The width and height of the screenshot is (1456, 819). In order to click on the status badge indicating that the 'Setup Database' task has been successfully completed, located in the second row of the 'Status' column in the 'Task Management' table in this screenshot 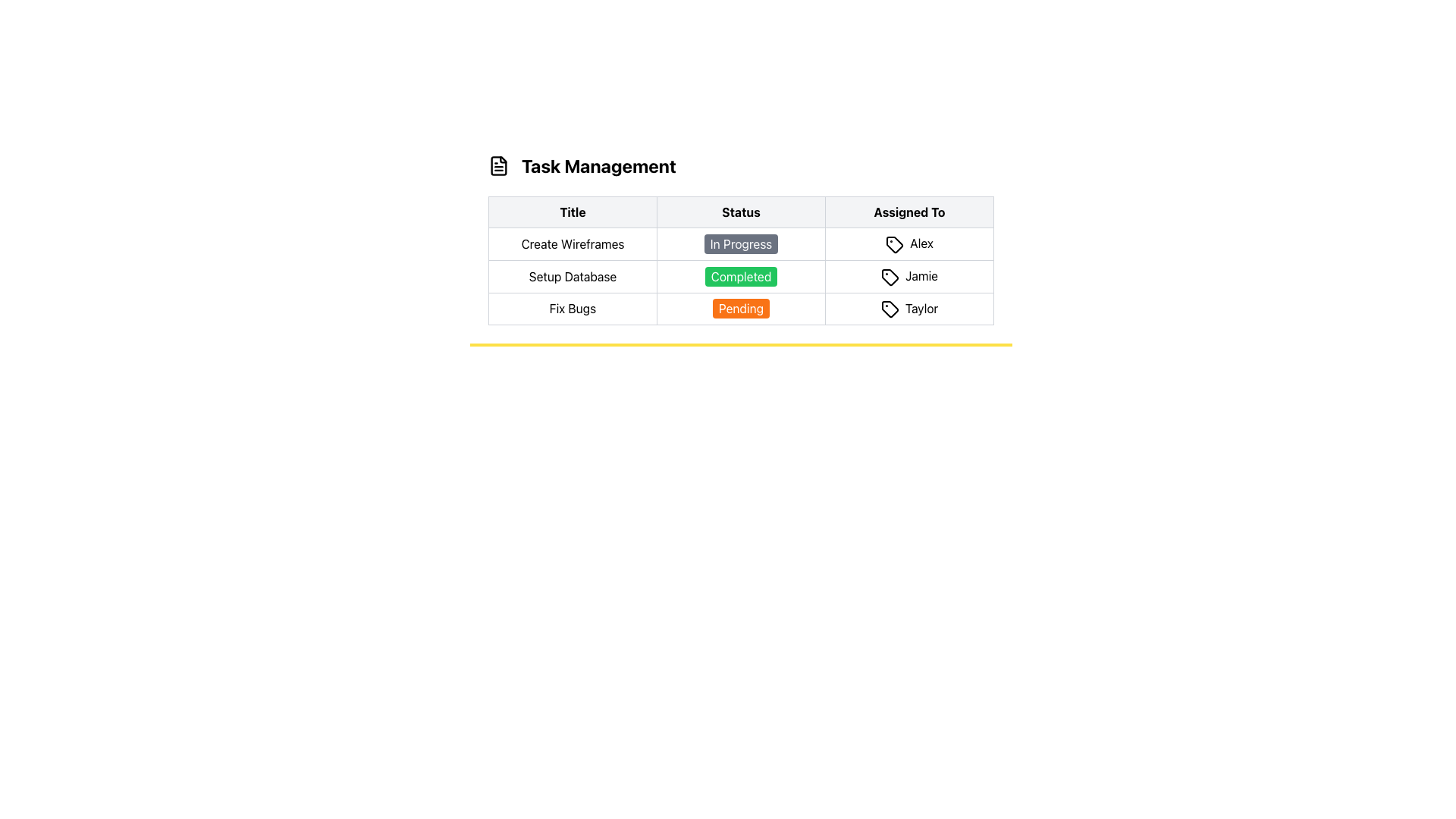, I will do `click(741, 276)`.